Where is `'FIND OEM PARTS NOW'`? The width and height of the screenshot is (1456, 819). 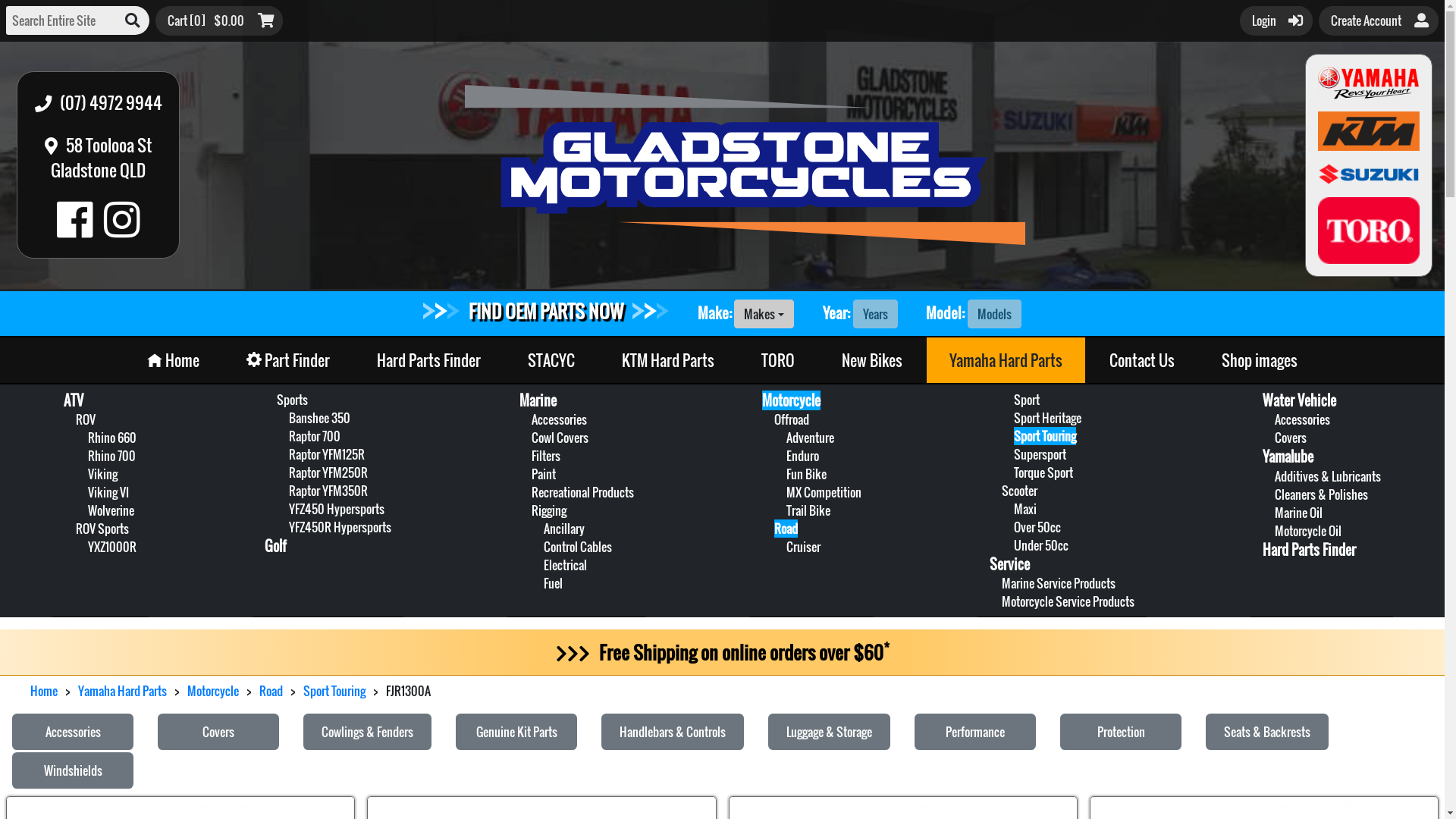
'FIND OEM PARTS NOW' is located at coordinates (546, 309).